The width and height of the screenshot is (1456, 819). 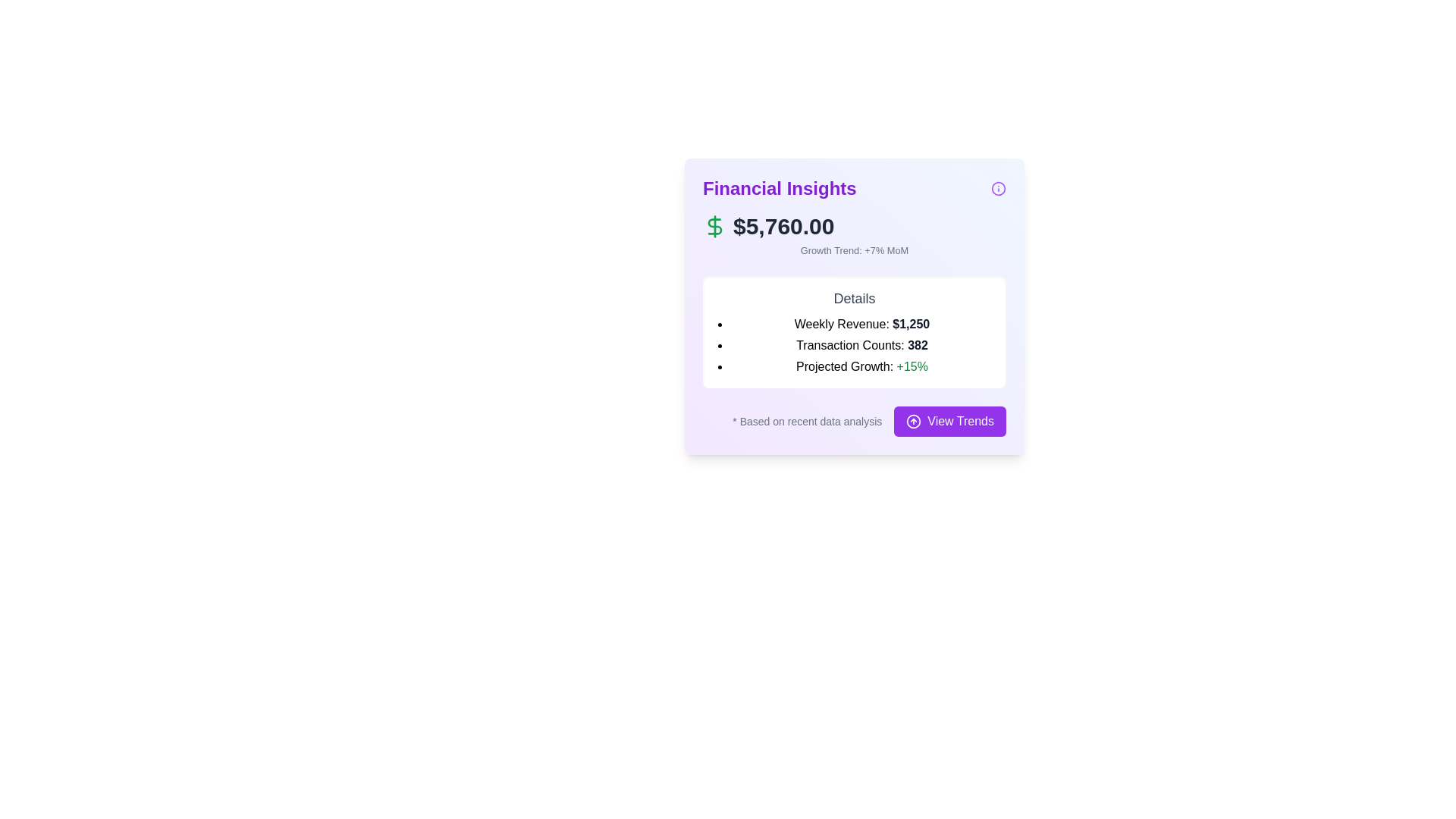 What do you see at coordinates (912, 421) in the screenshot?
I see `the circular icon with an upward-facing arrow that is located on the left side of the 'View Trends' button` at bounding box center [912, 421].